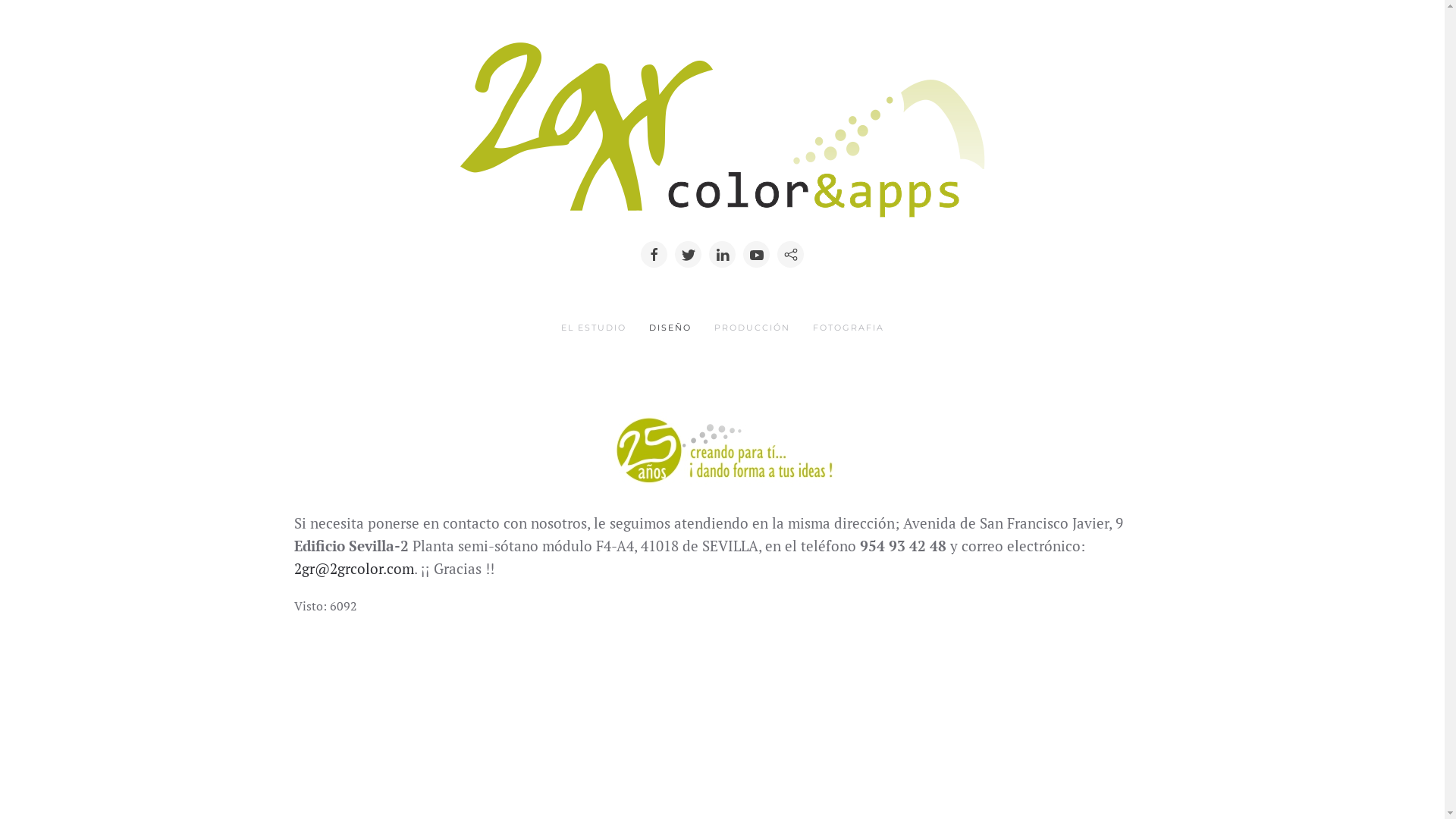 This screenshot has width=1456, height=819. What do you see at coordinates (847, 327) in the screenshot?
I see `'FOTOGRAFIA'` at bounding box center [847, 327].